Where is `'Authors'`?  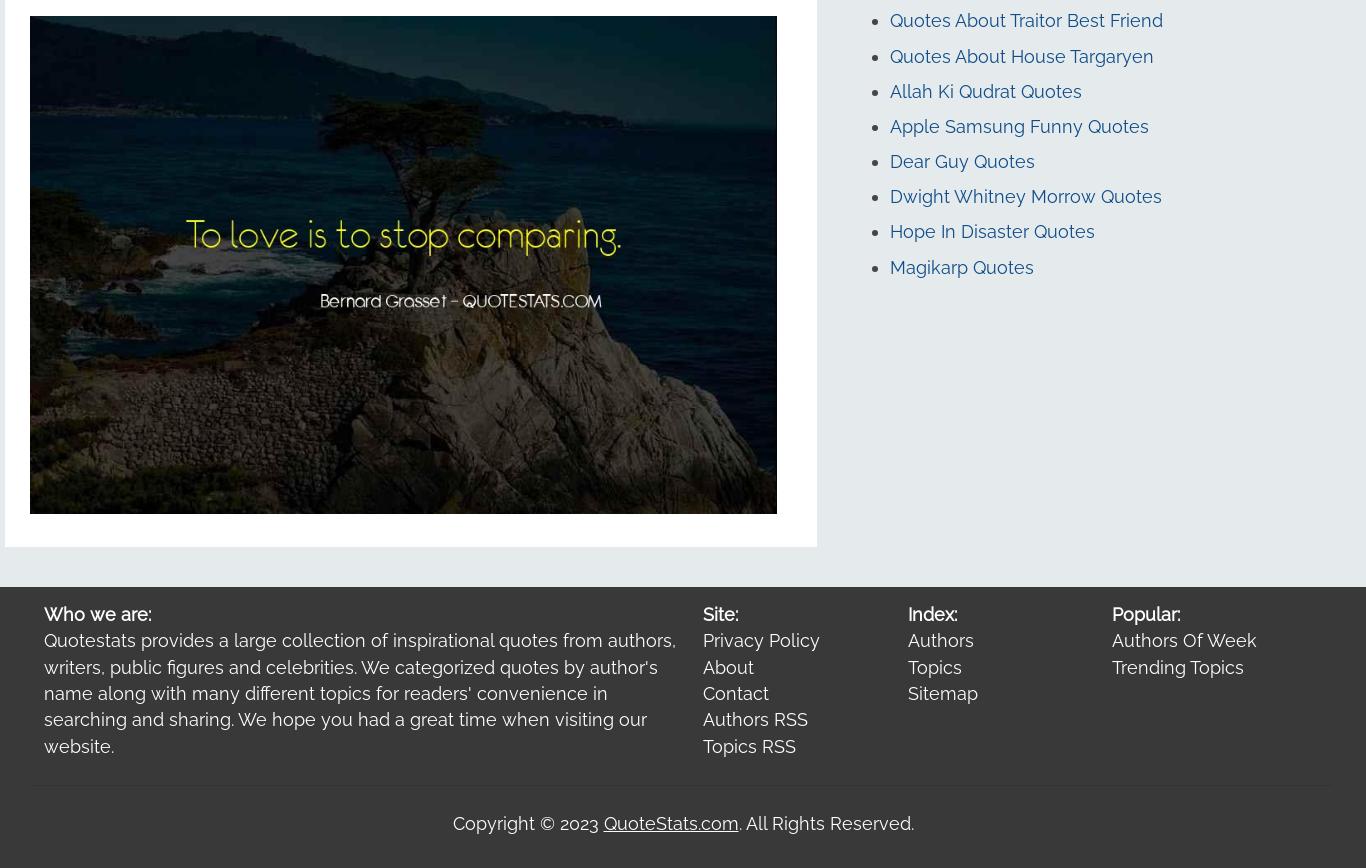
'Authors' is located at coordinates (939, 640).